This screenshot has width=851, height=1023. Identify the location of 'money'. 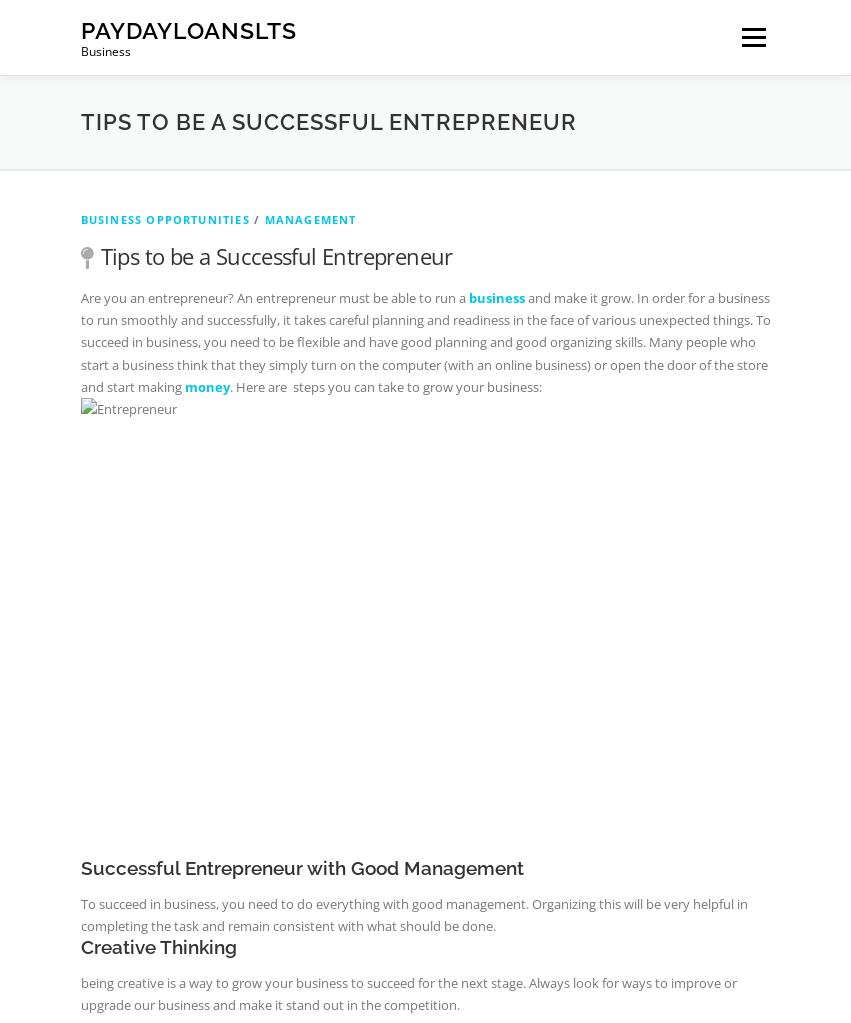
(206, 386).